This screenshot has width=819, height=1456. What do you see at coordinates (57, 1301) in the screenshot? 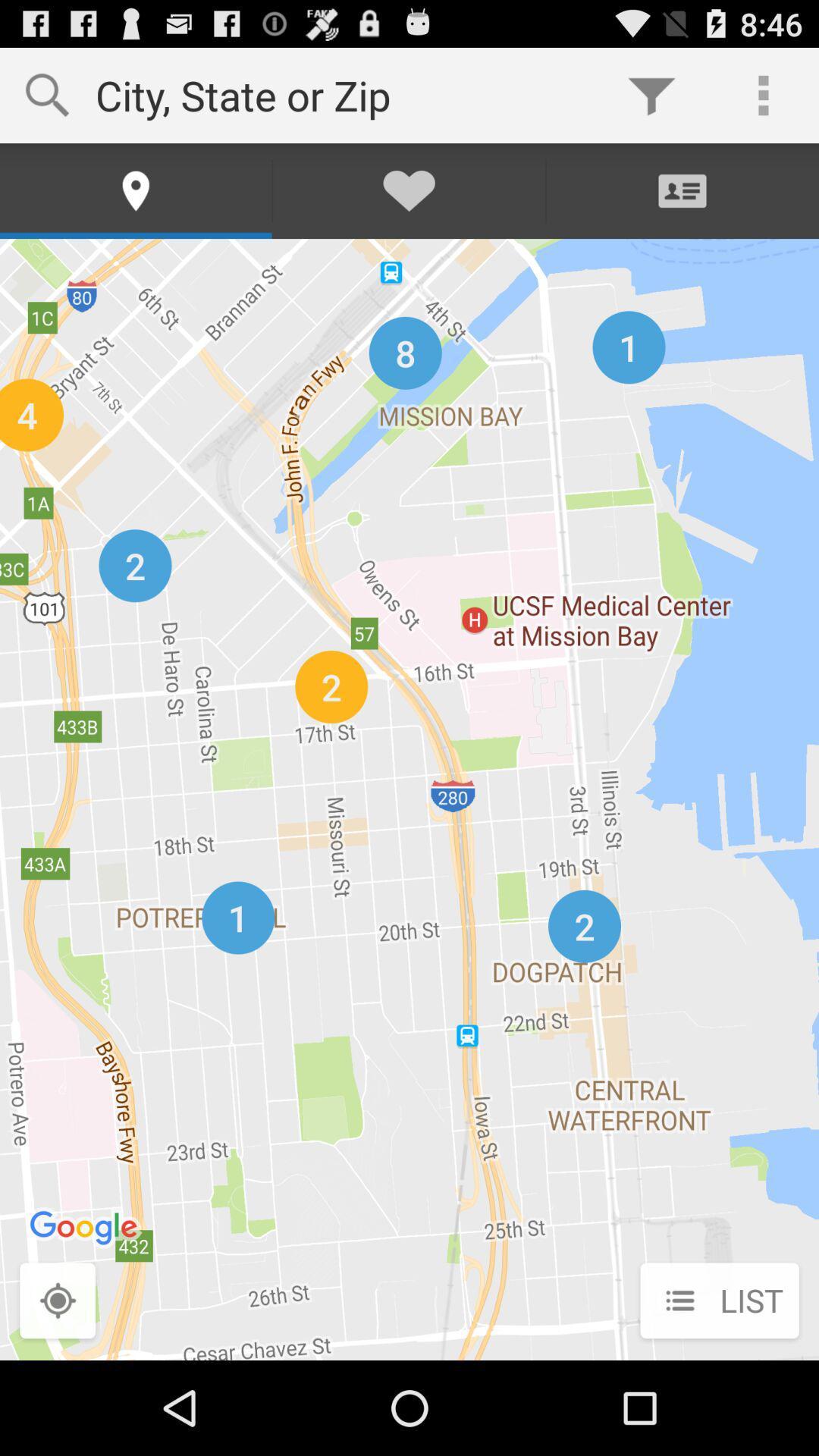
I see `item to the left of list button` at bounding box center [57, 1301].